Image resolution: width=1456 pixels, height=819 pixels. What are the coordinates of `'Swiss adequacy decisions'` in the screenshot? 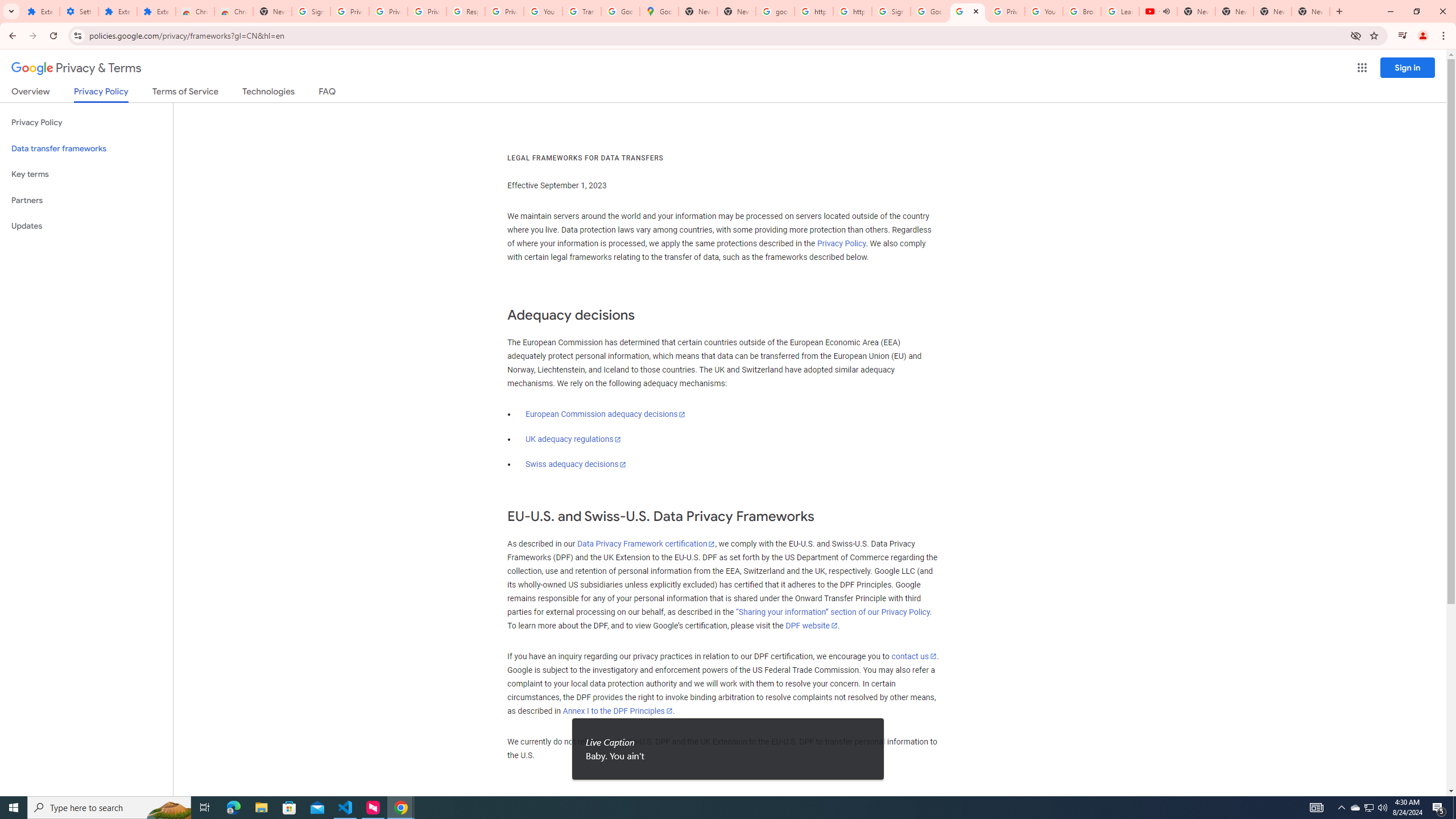 It's located at (575, 464).